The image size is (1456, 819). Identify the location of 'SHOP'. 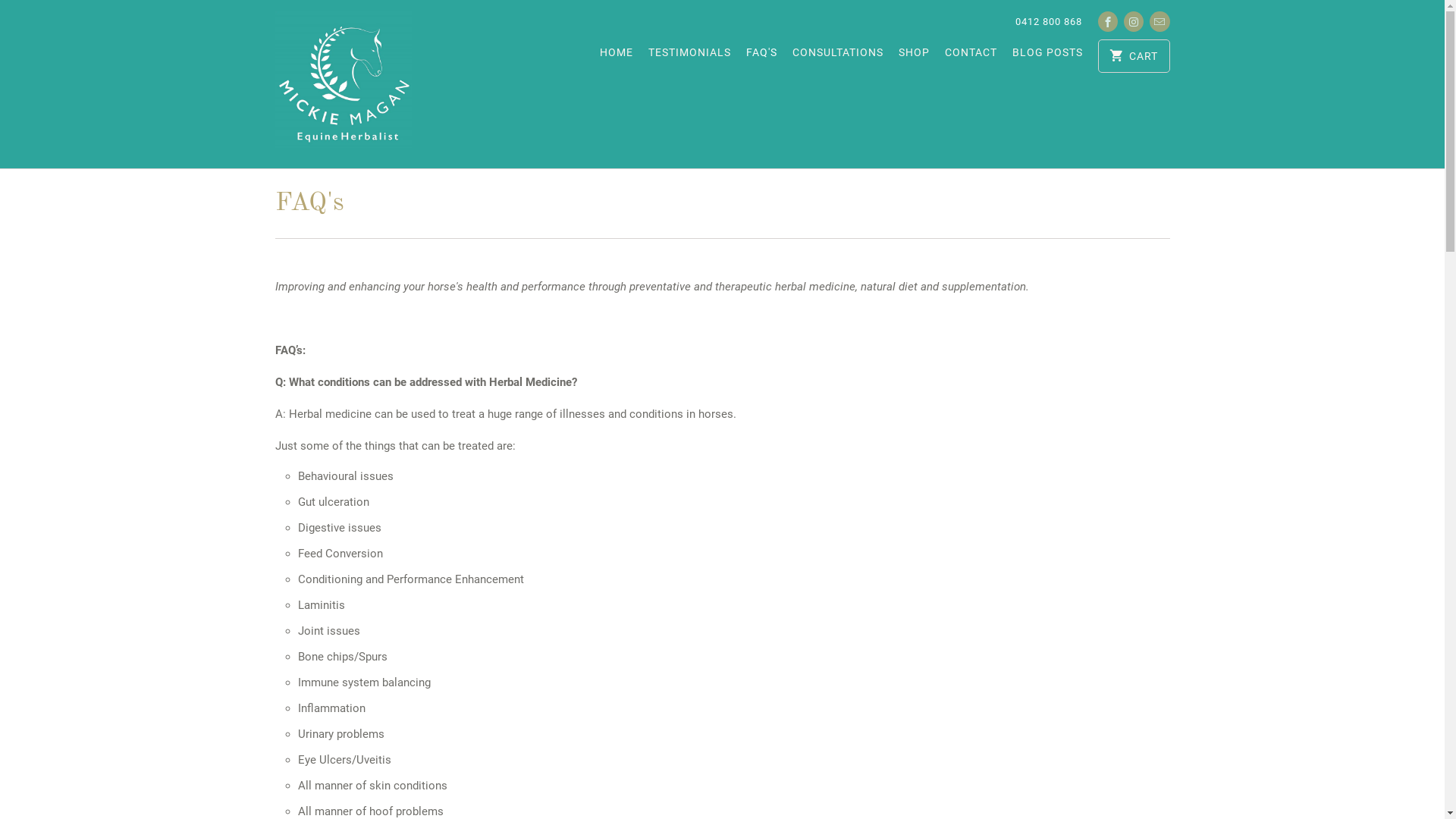
(913, 55).